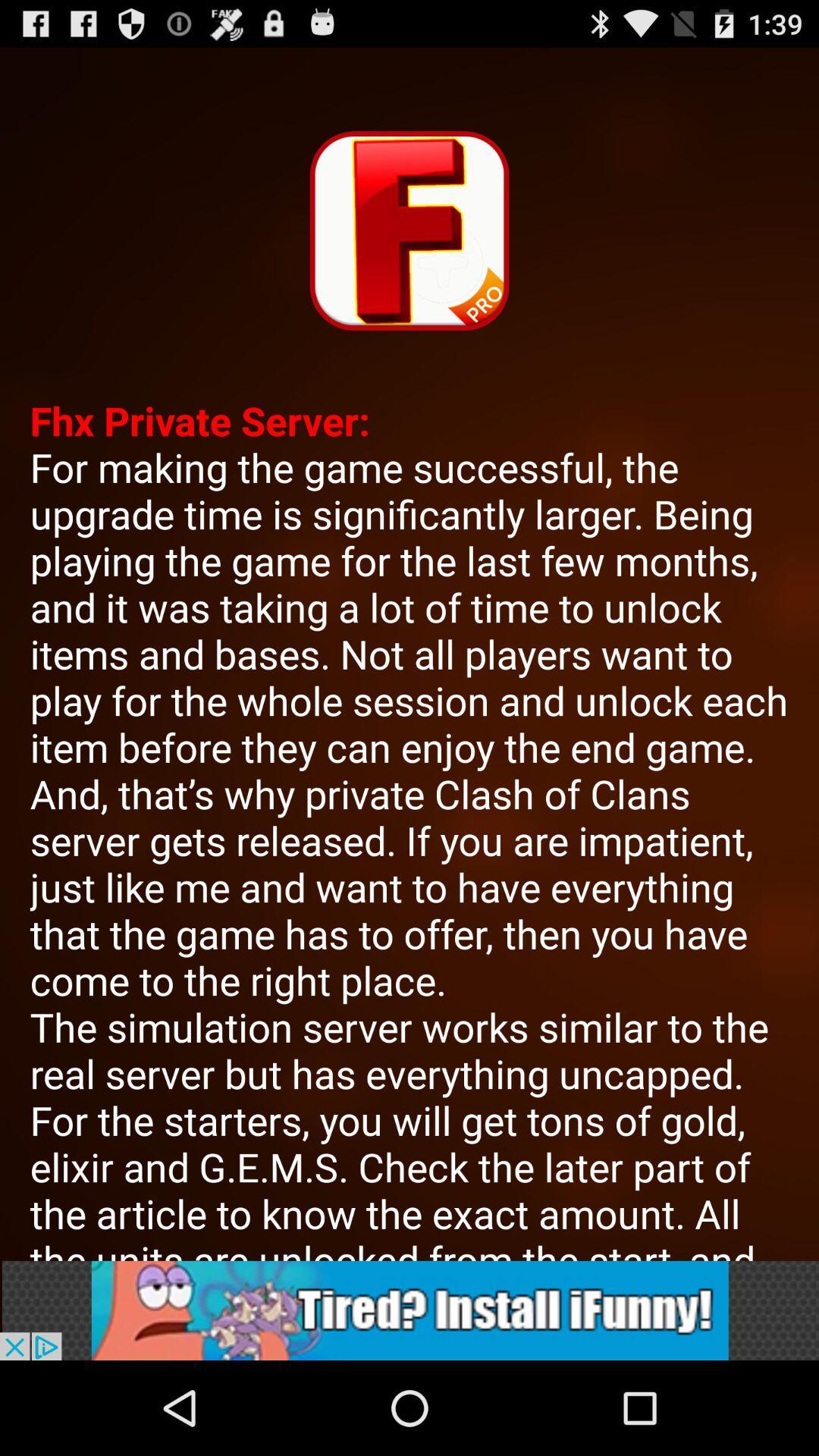 The width and height of the screenshot is (819, 1456). Describe the element at coordinates (409, 1310) in the screenshot. I see `advertisement` at that location.